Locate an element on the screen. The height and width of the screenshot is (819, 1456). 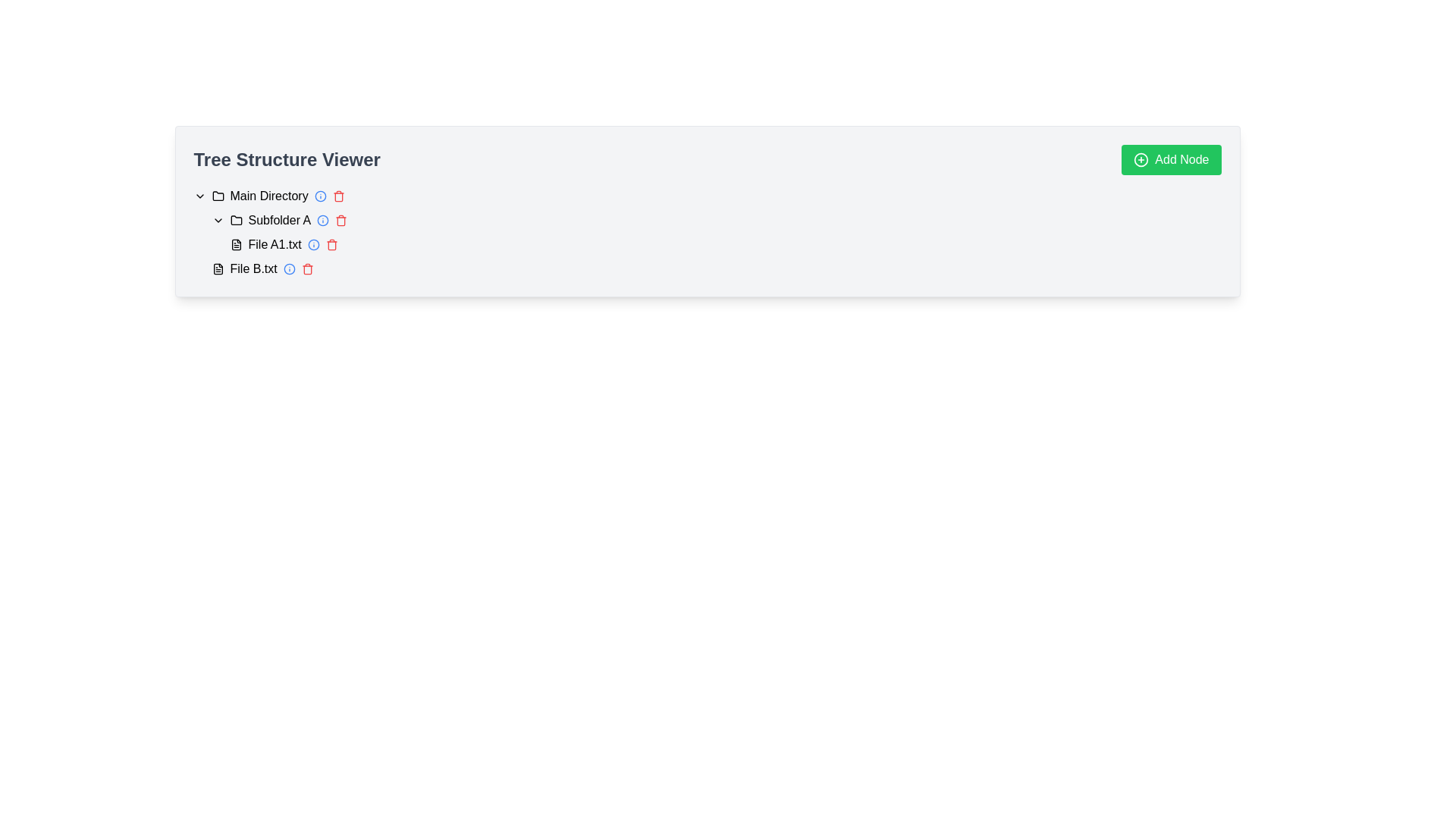
the Icon Button (Chevron) is located at coordinates (217, 220).